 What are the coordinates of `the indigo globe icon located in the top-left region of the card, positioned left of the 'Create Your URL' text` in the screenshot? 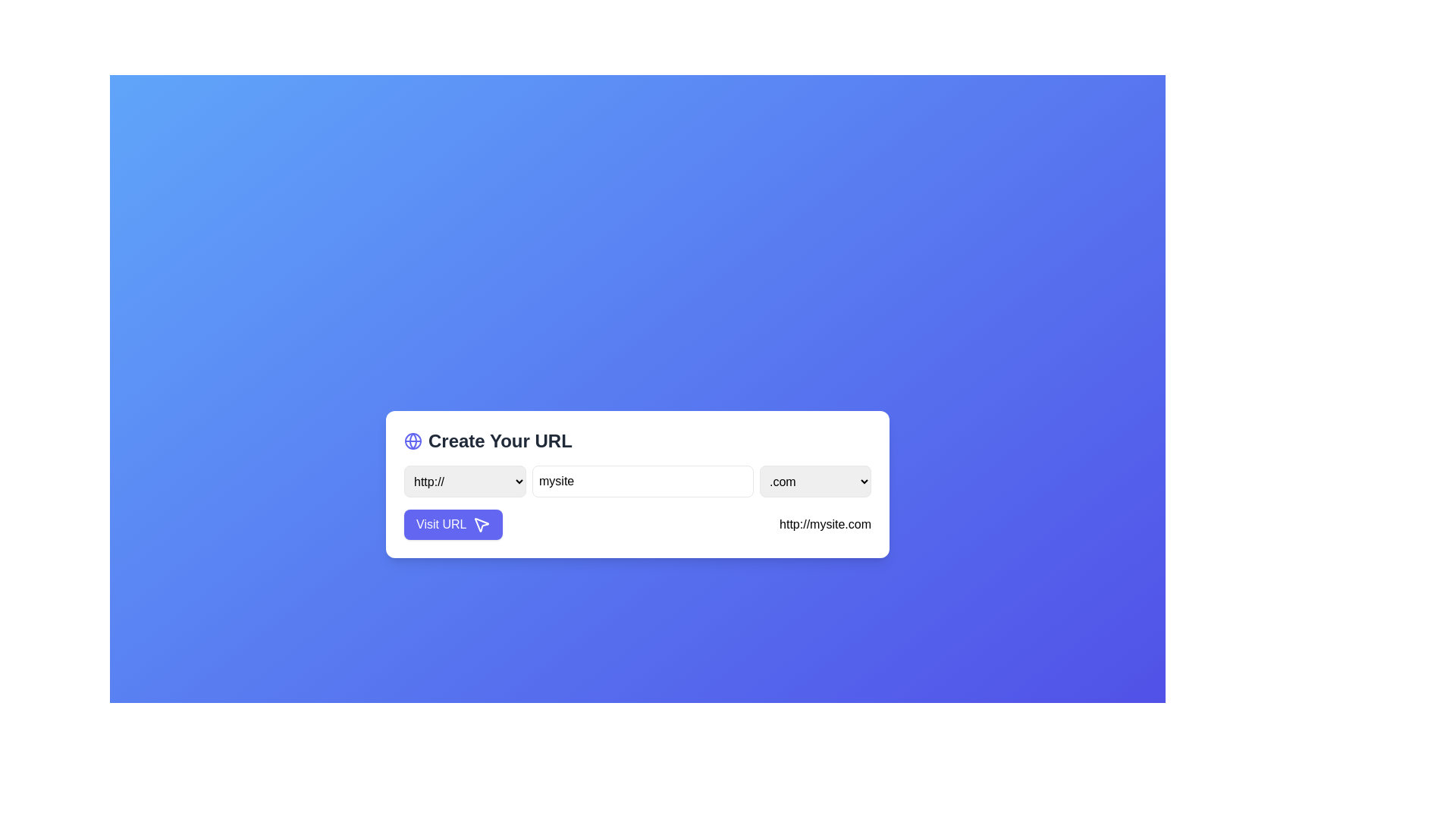 It's located at (413, 441).